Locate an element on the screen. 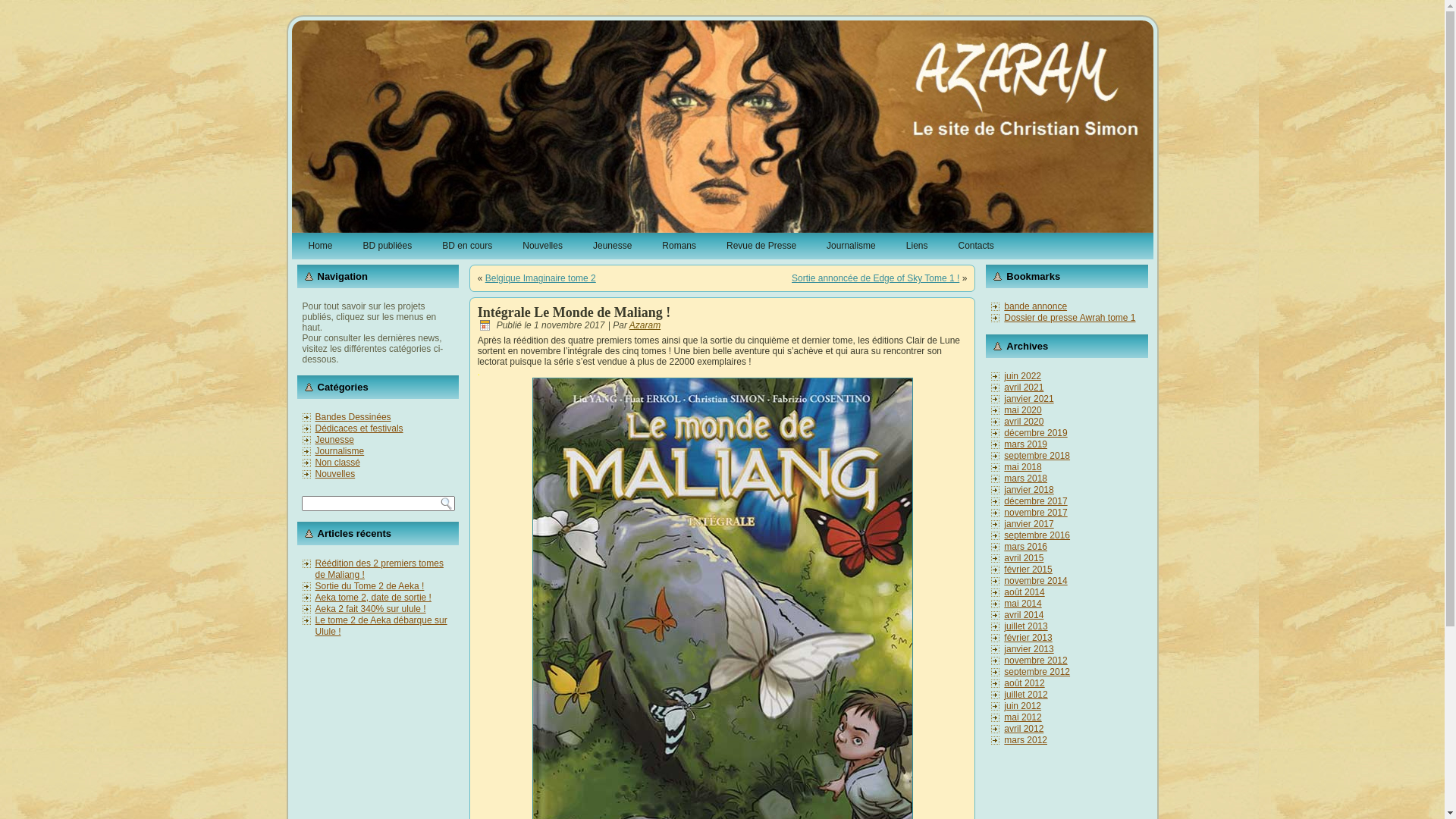  'Jeunesse' is located at coordinates (612, 245).